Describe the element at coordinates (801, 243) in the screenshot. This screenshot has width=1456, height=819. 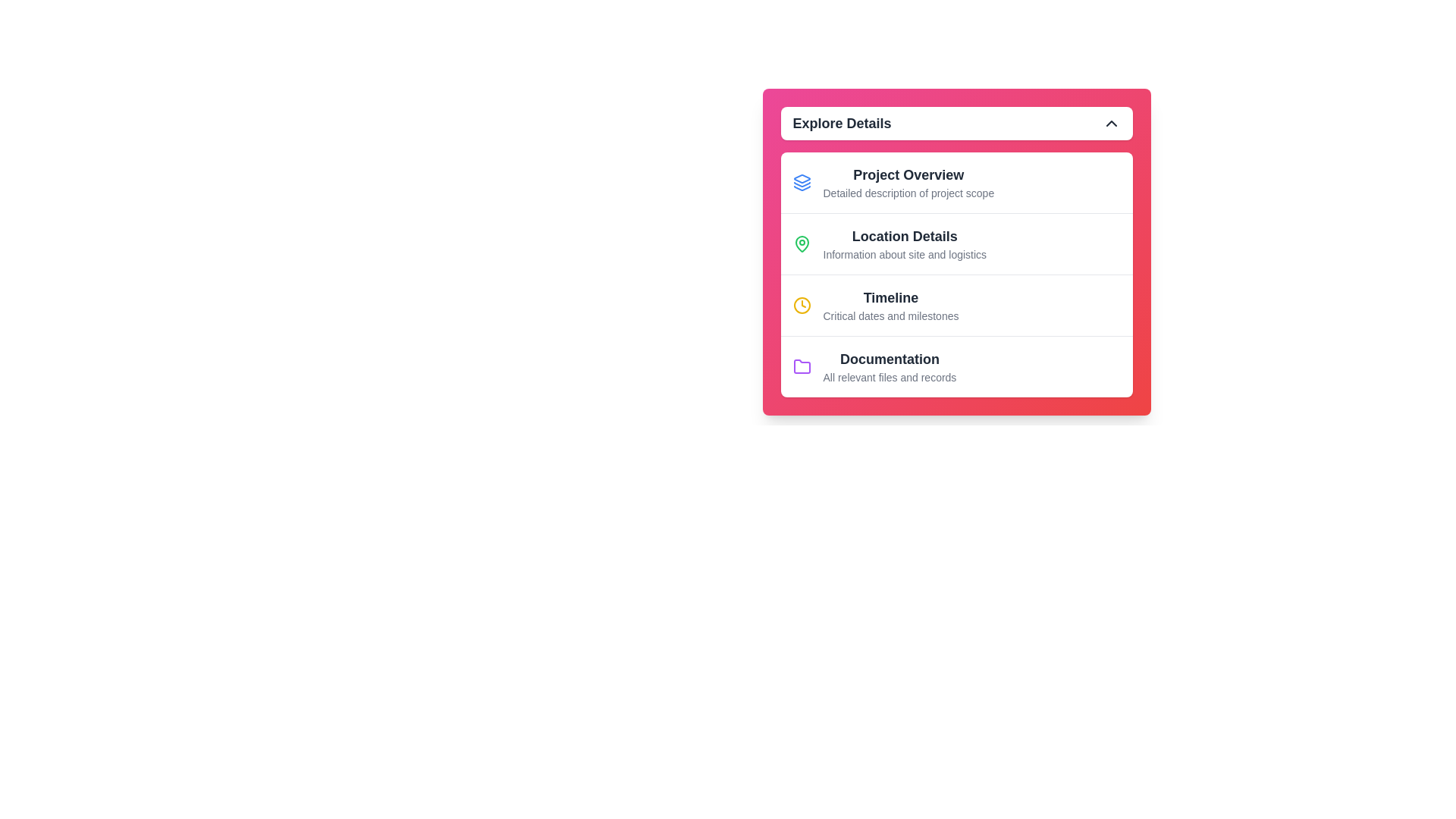
I see `the green map pin-style icon located to the left of the 'Location Details' text in the 'Explore Details' panel to gather its meaning` at that location.